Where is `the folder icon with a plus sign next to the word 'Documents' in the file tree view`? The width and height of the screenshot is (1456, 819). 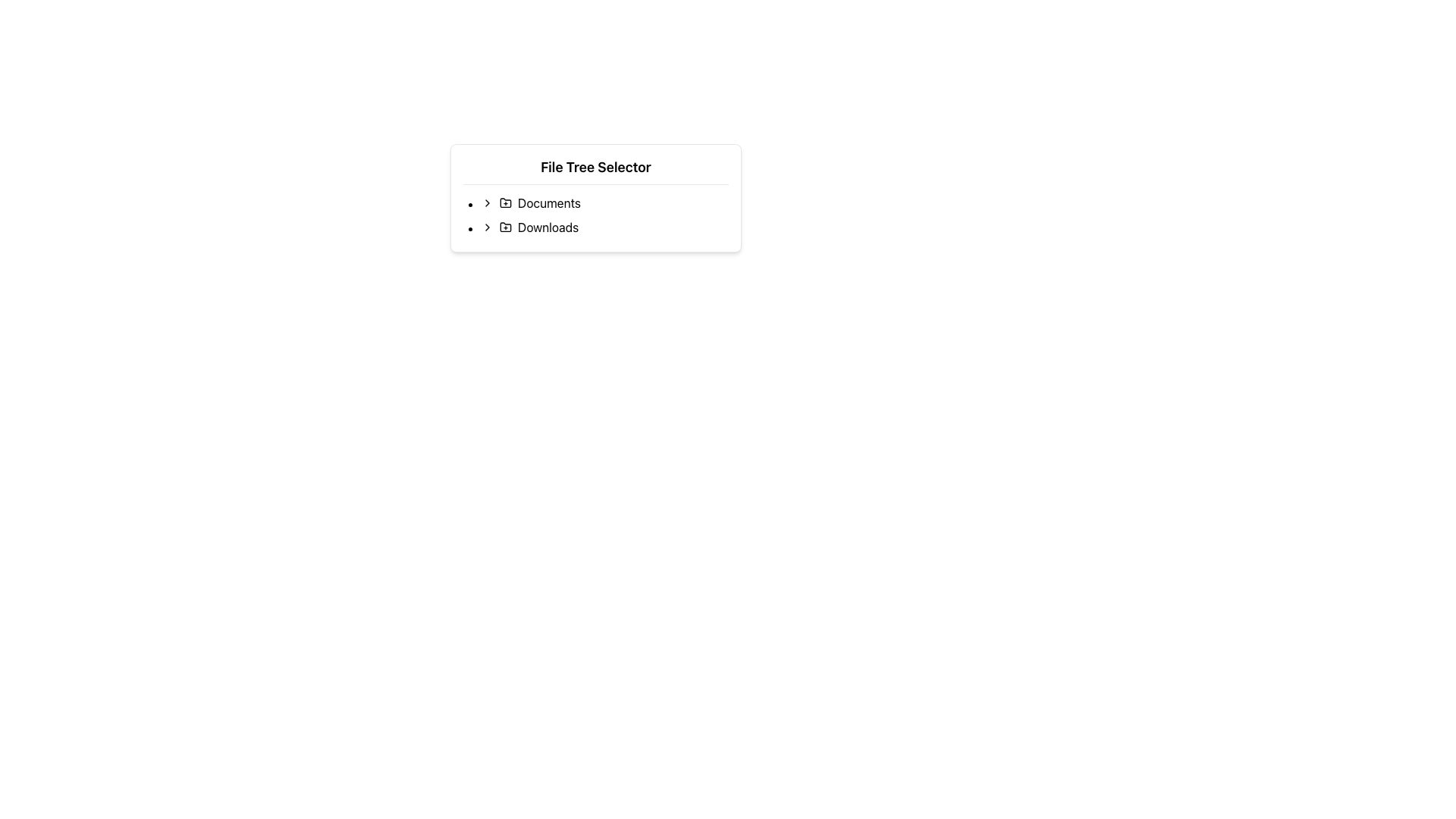
the folder icon with a plus sign next to the word 'Documents' in the file tree view is located at coordinates (506, 202).